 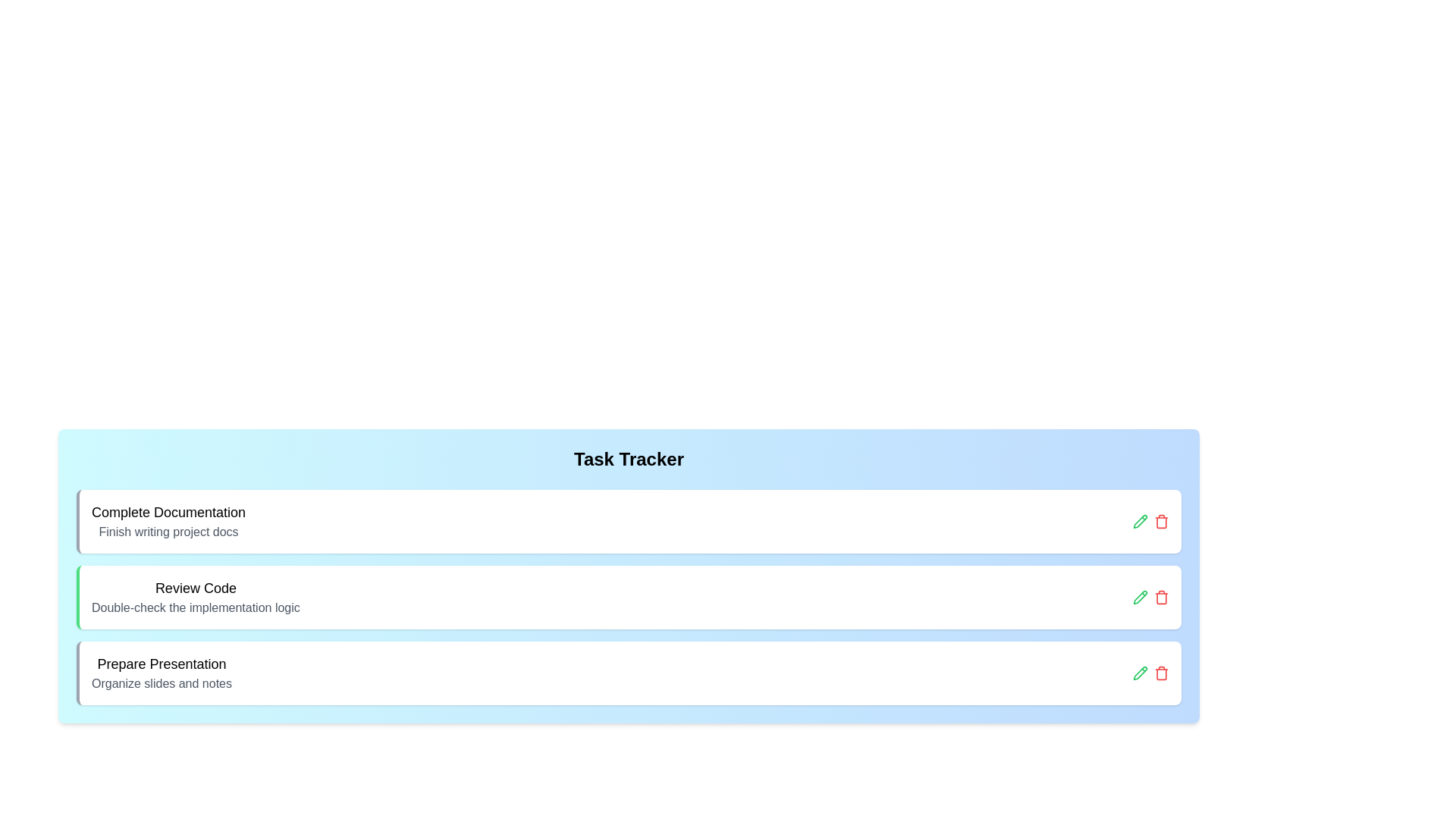 What do you see at coordinates (1160, 596) in the screenshot?
I see `the trash icon of the task with name Review Code` at bounding box center [1160, 596].